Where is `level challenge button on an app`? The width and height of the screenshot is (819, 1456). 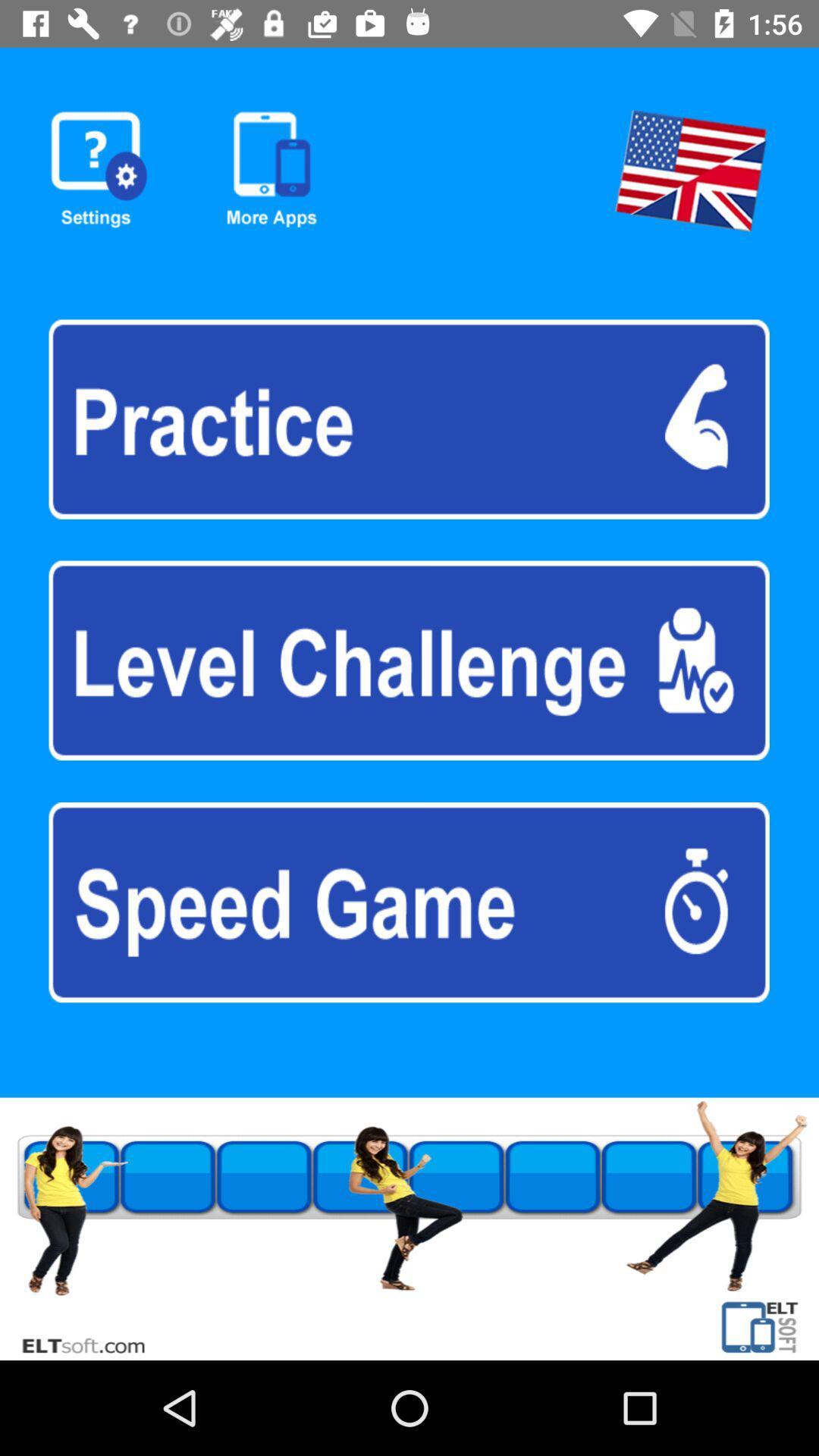 level challenge button on an app is located at coordinates (408, 661).